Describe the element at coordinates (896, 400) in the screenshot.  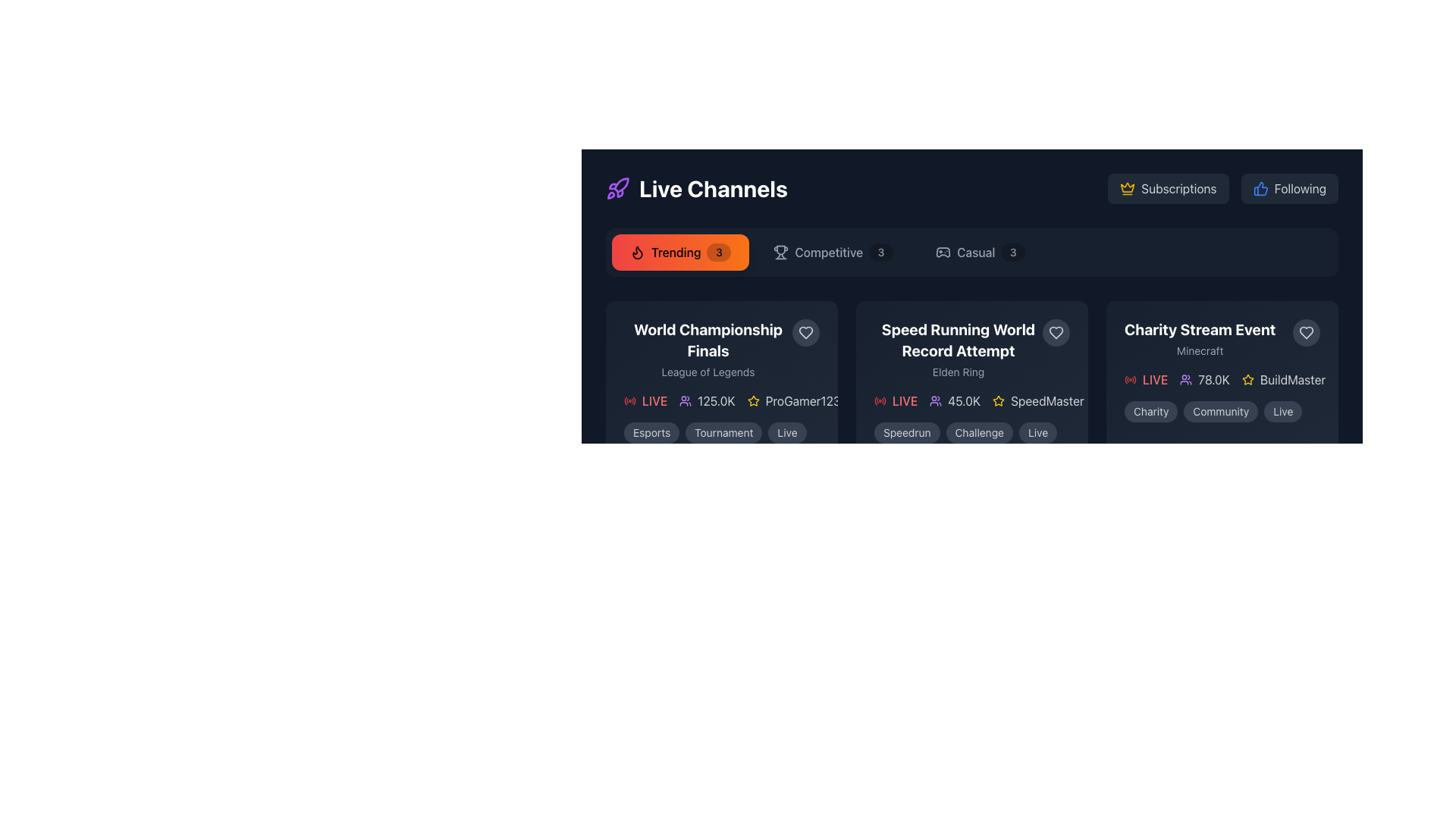
I see `the label indicating the current streaming status of the 'Speed Running World Record Attempt' event, located beside the viewer count label '45.0K'` at that location.